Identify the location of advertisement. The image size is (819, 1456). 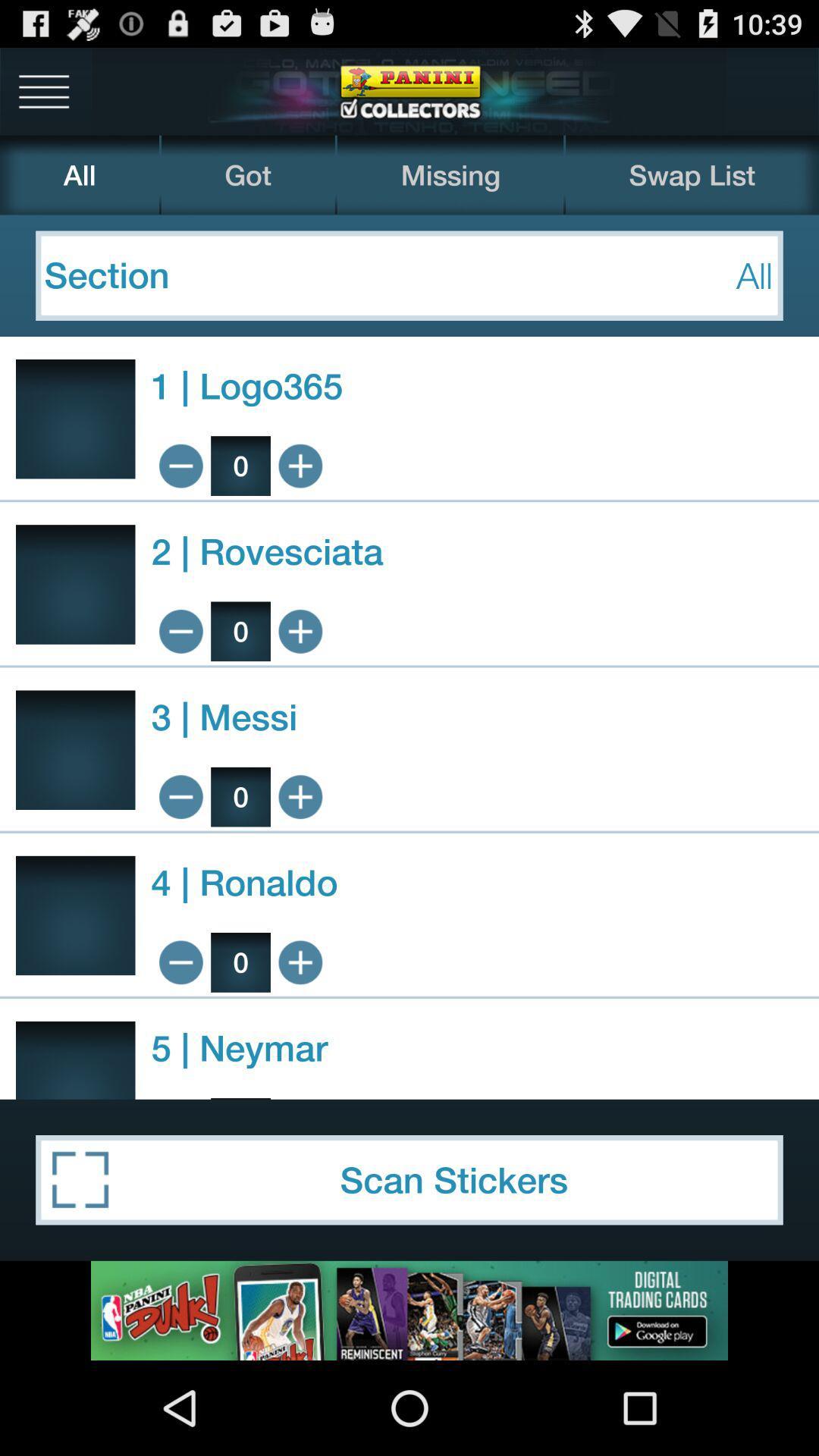
(409, 1310).